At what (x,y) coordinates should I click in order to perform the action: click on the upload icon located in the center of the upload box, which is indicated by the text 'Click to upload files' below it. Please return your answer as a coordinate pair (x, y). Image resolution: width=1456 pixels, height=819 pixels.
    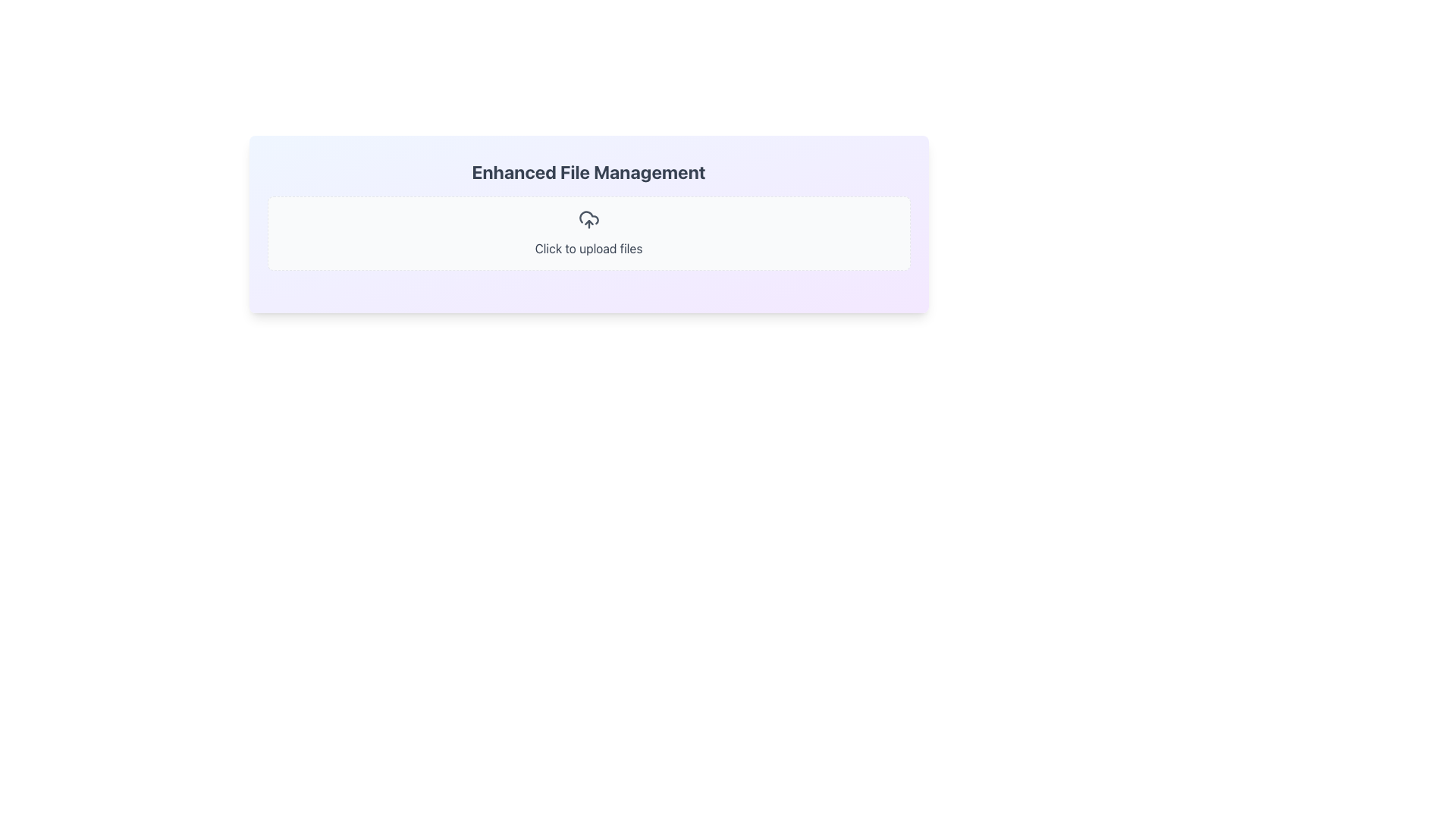
    Looking at the image, I should click on (588, 219).